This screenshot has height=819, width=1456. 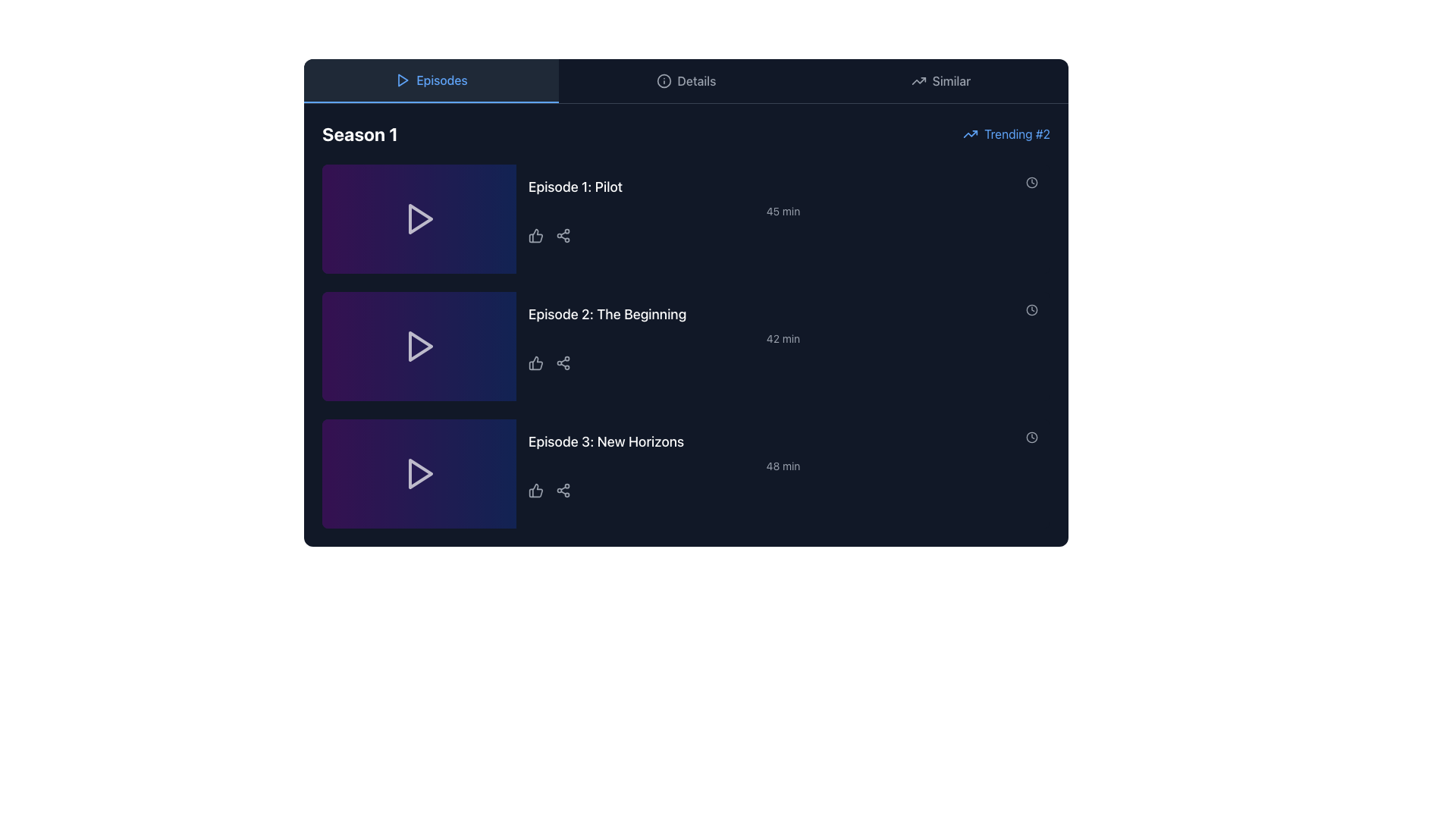 What do you see at coordinates (950, 81) in the screenshot?
I see `the 'Similar' label located in the header section, to the right of the 'Details' tab and adjacent to a trending arrow icon` at bounding box center [950, 81].